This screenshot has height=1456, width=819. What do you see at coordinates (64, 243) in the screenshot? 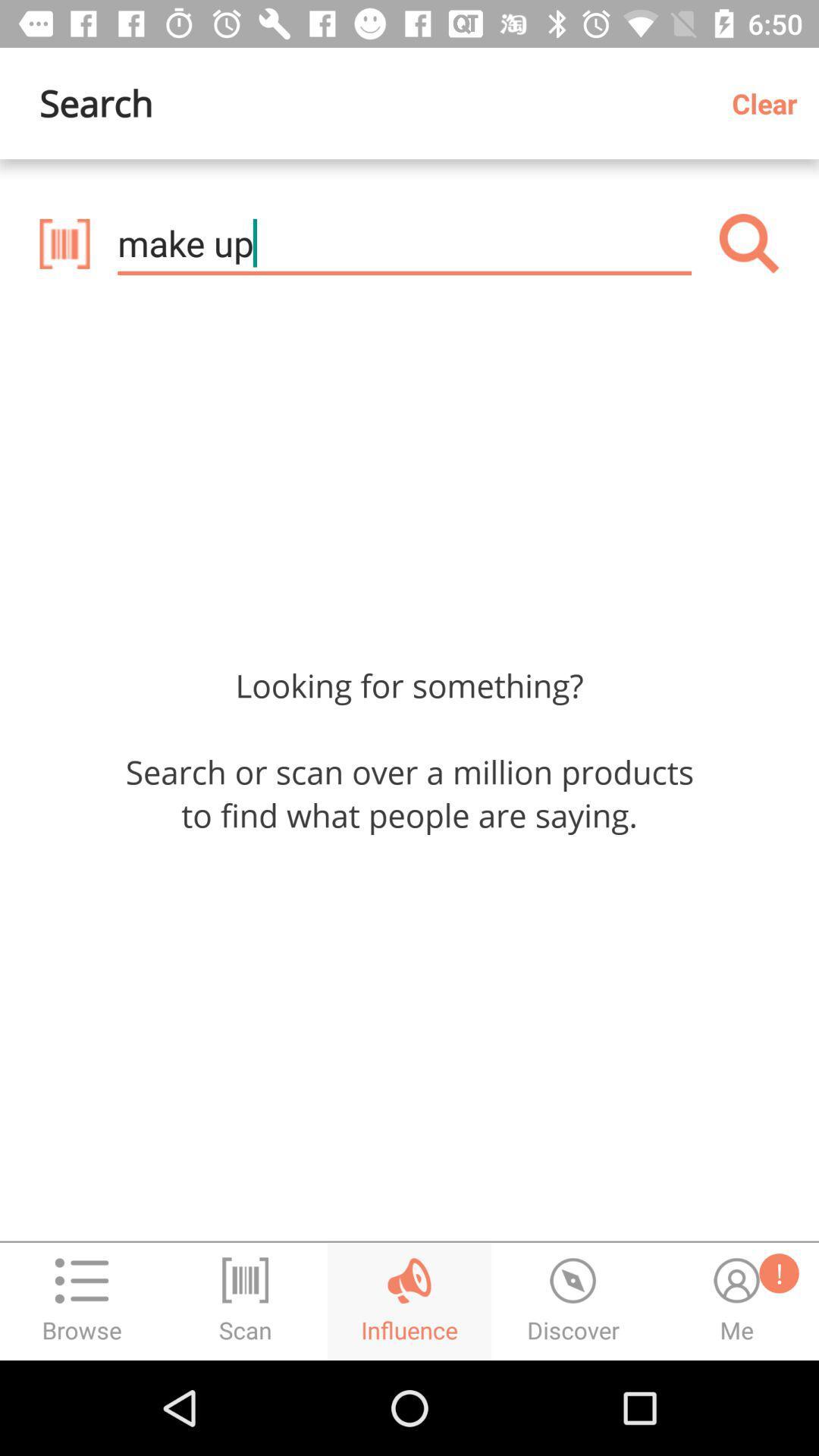
I see `icon below search icon` at bounding box center [64, 243].